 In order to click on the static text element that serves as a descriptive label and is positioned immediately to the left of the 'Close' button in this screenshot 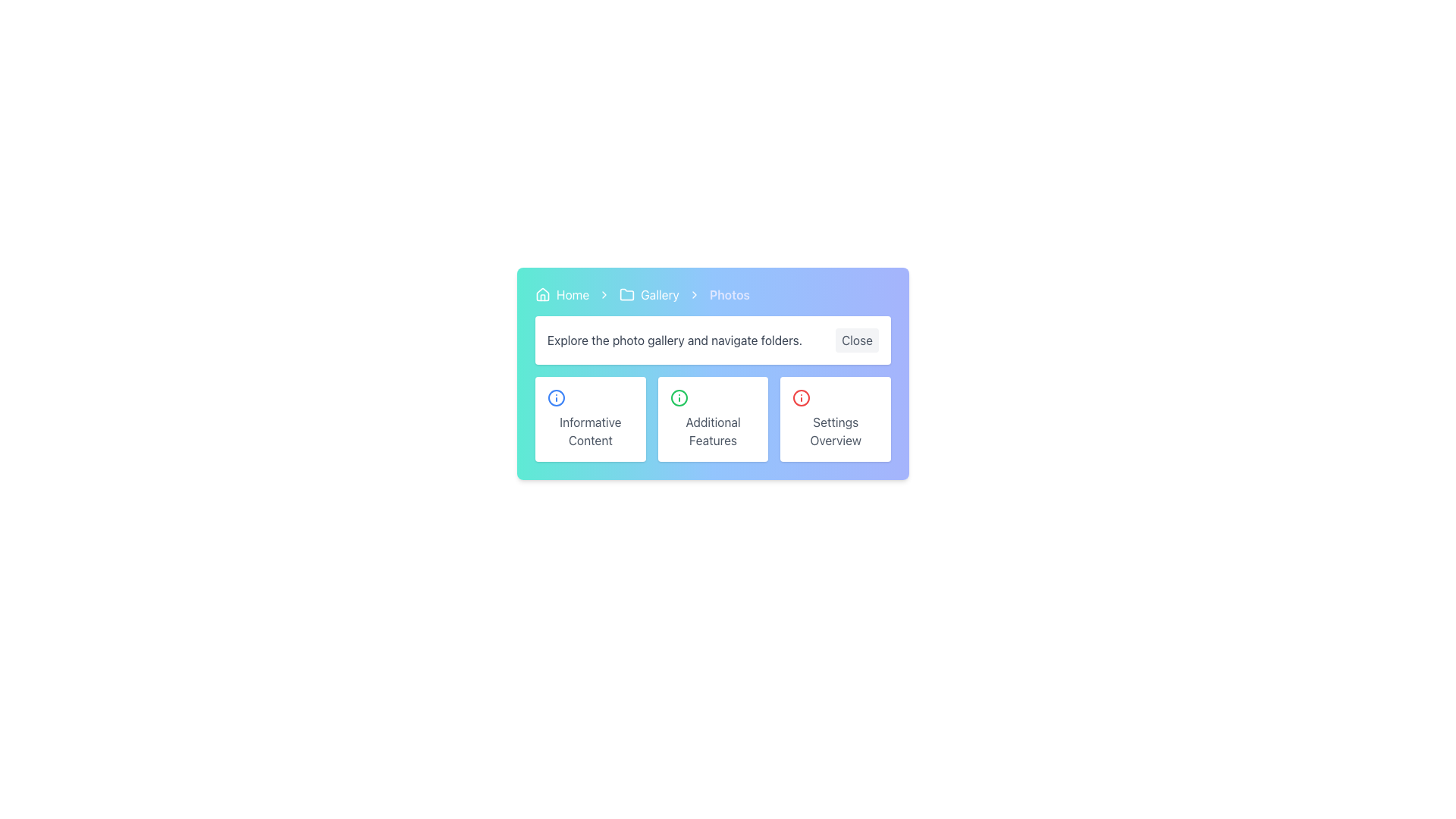, I will do `click(674, 339)`.